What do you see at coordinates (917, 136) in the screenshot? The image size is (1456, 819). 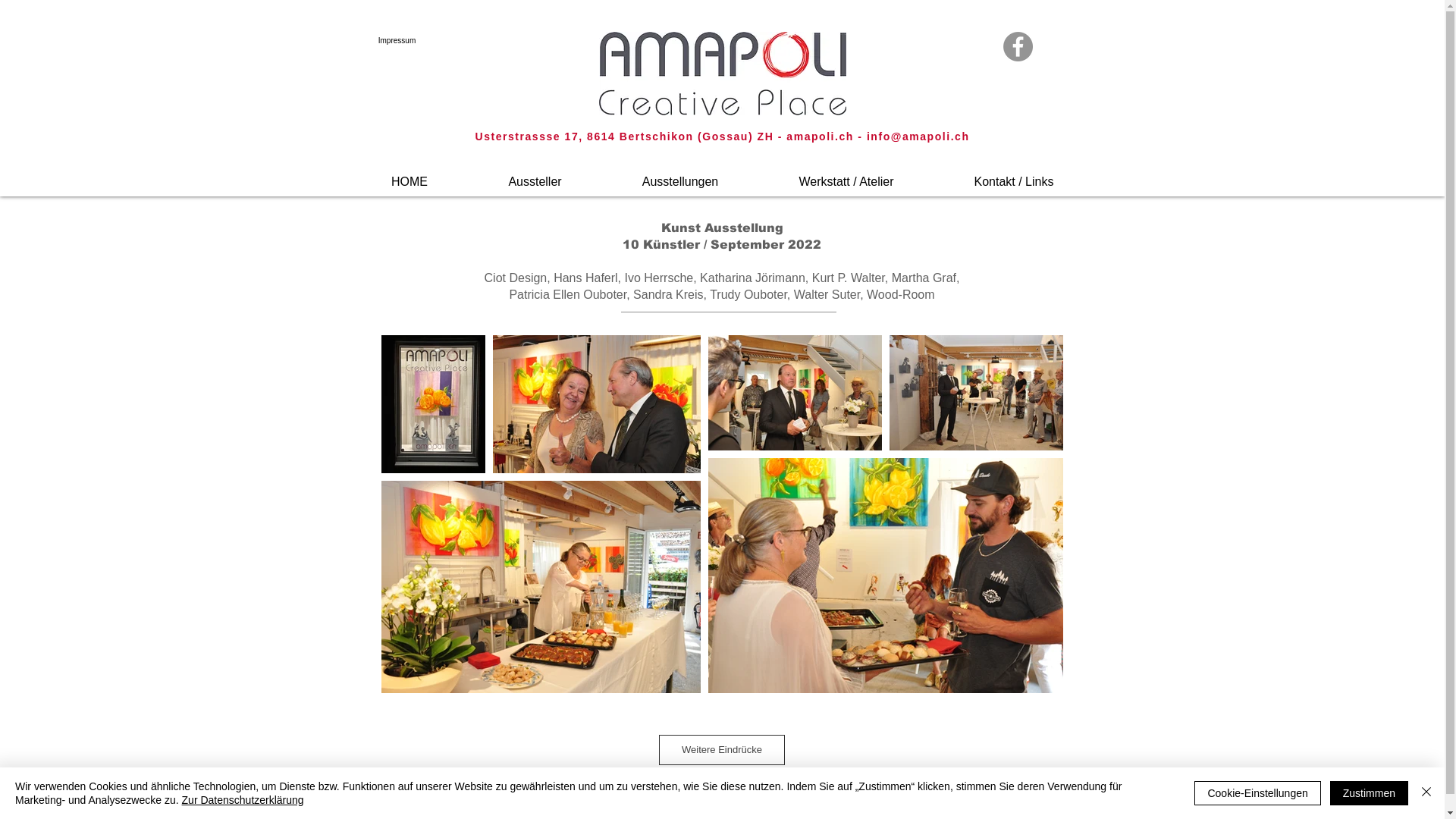 I see `'info@amapoli.ch'` at bounding box center [917, 136].